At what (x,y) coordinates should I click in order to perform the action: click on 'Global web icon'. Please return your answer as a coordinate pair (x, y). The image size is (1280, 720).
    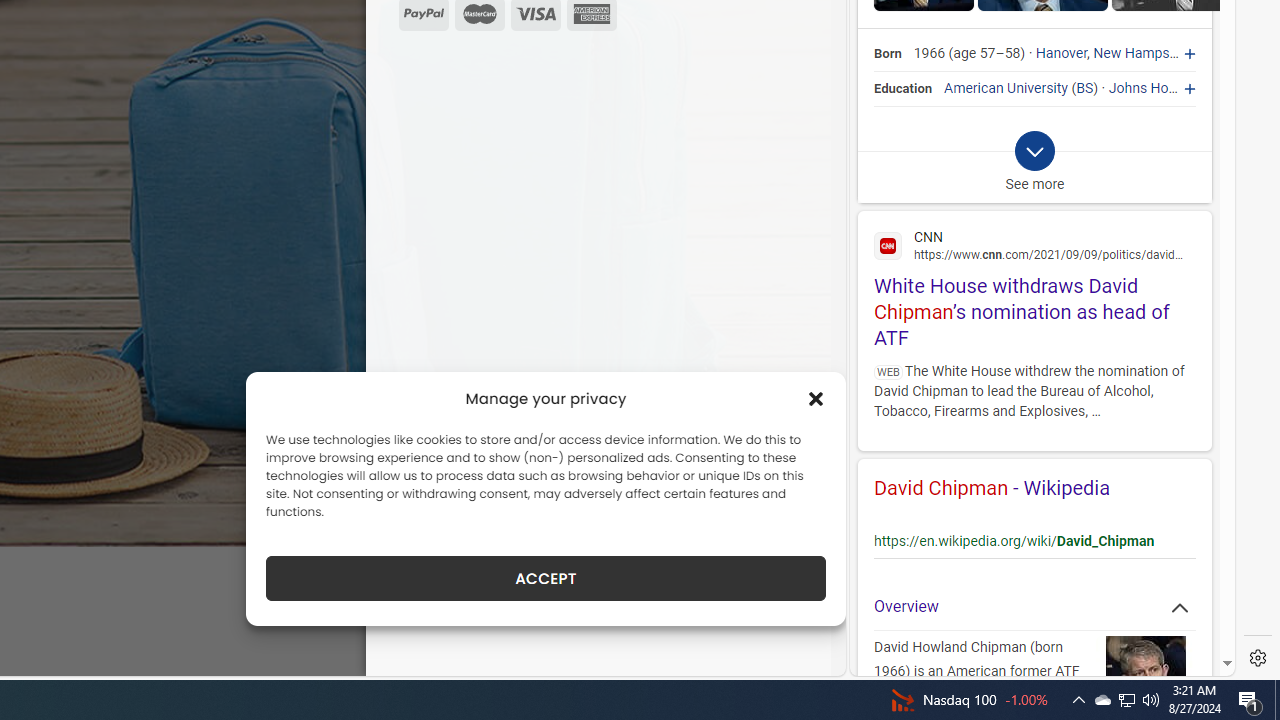
    Looking at the image, I should click on (887, 245).